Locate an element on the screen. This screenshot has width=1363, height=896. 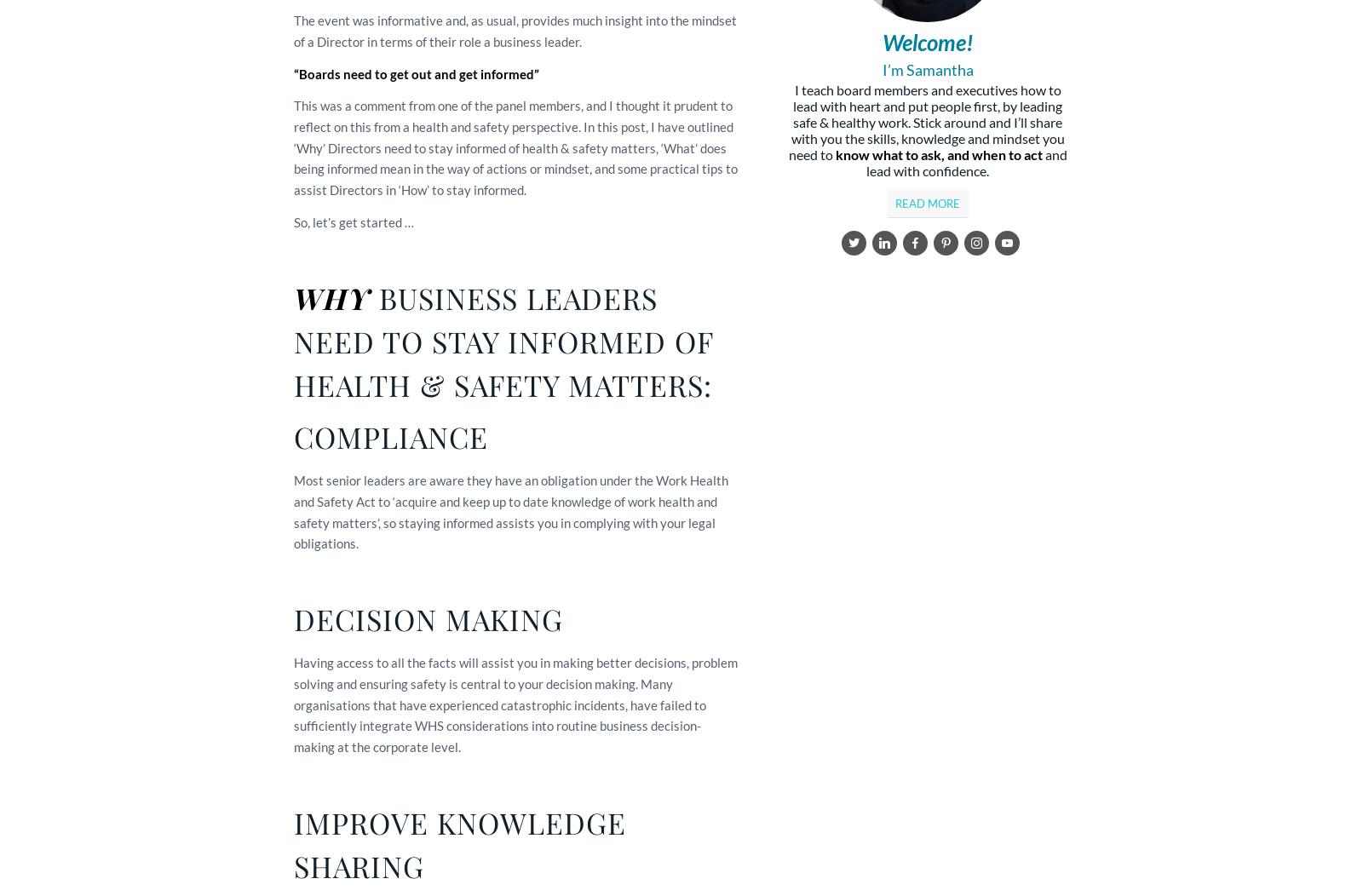
'Compliance' is located at coordinates (390, 435).